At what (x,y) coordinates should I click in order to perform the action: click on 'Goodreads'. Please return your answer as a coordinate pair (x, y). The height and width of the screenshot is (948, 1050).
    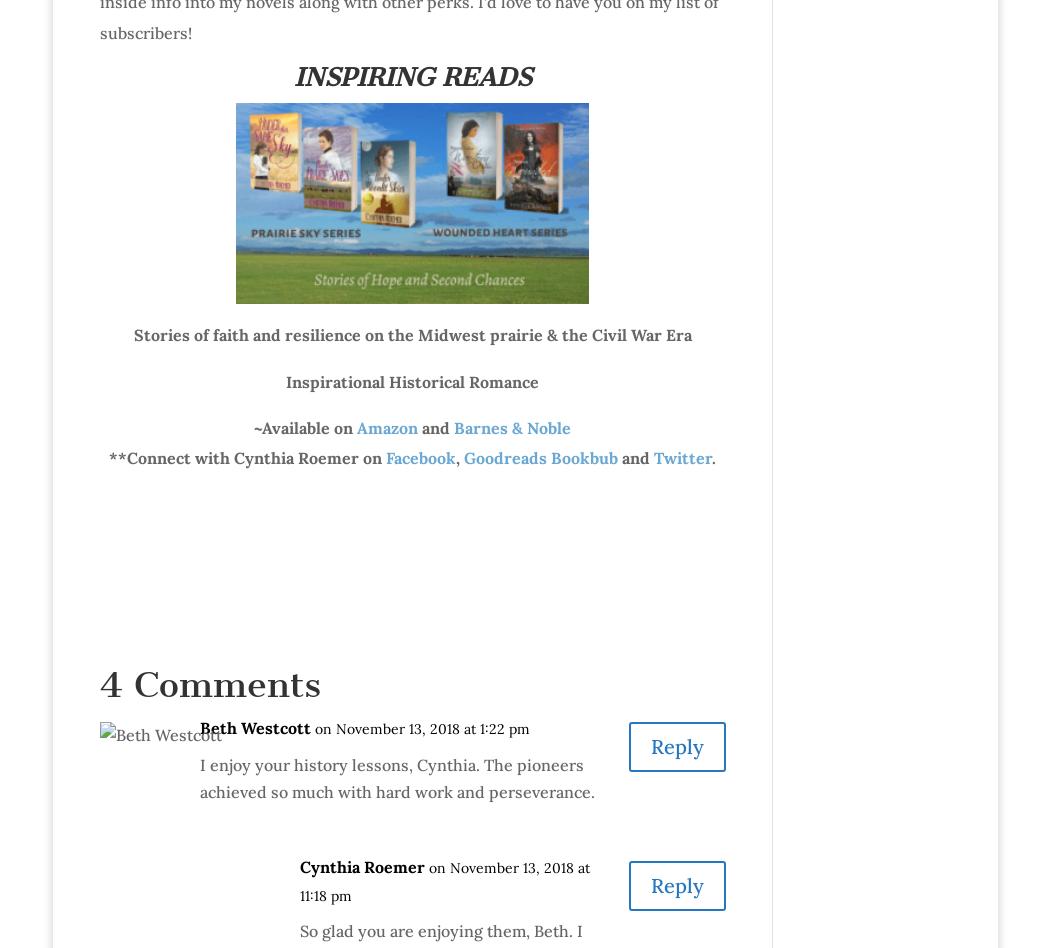
    Looking at the image, I should click on (506, 456).